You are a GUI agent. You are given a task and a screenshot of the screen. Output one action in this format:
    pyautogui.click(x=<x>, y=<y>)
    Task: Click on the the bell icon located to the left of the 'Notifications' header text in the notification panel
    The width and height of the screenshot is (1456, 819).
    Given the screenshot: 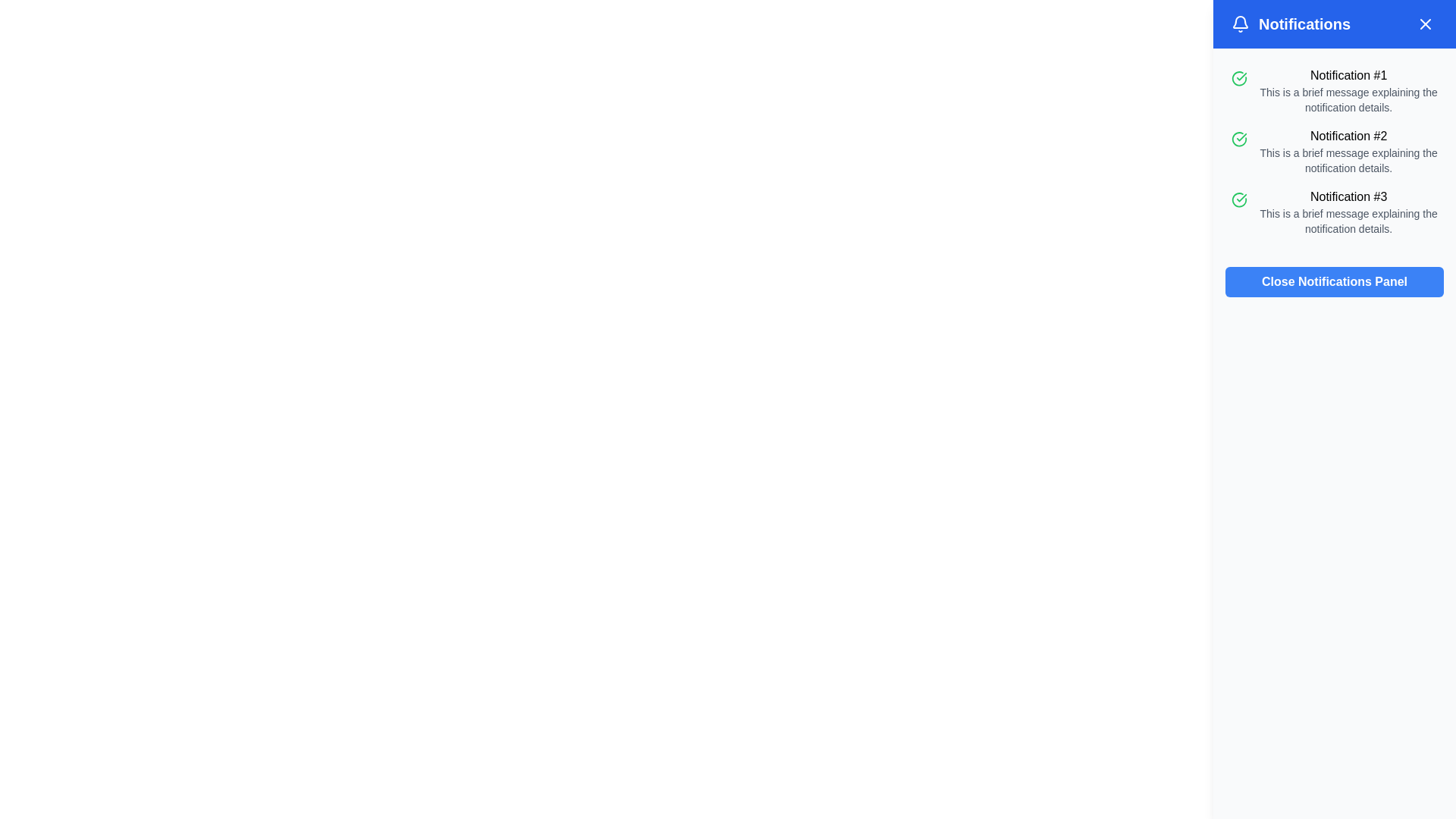 What is the action you would take?
    pyautogui.click(x=1241, y=24)
    